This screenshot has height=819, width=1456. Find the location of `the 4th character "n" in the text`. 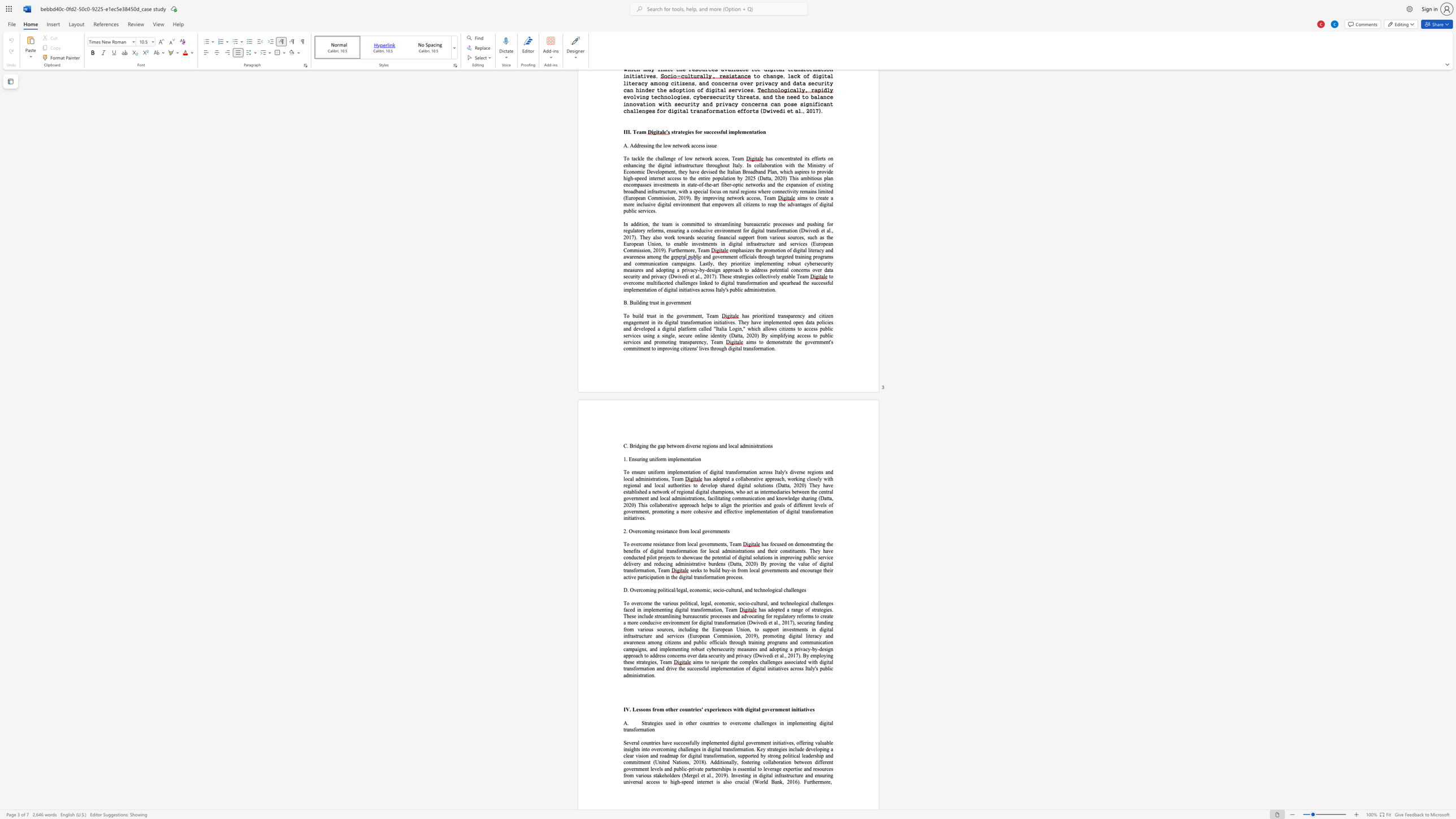

the 4th character "n" in the text is located at coordinates (687, 459).